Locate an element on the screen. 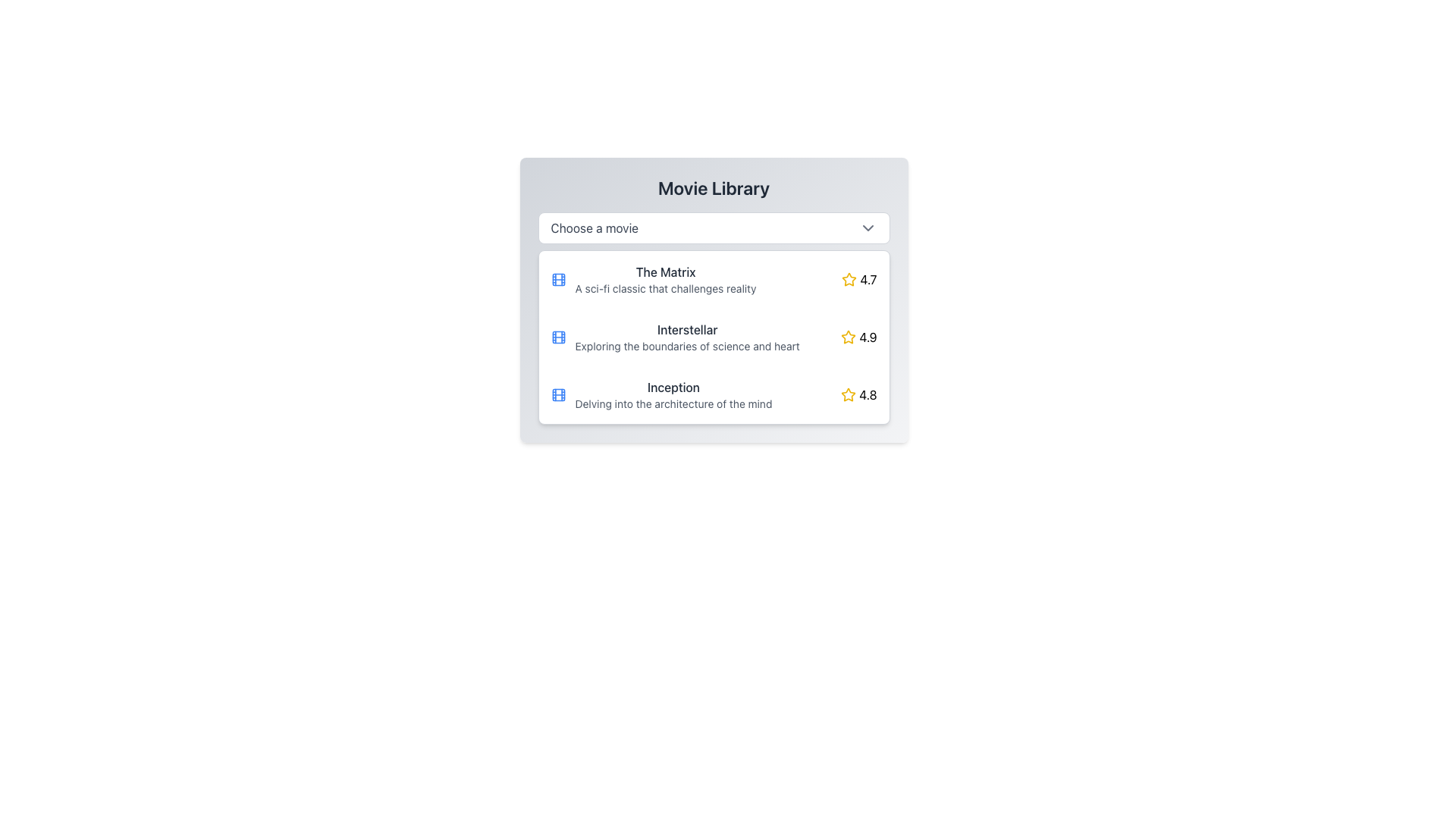 The image size is (1456, 819). the 'Interstellar' text display element, which features a bold title and a subtitle is located at coordinates (686, 336).